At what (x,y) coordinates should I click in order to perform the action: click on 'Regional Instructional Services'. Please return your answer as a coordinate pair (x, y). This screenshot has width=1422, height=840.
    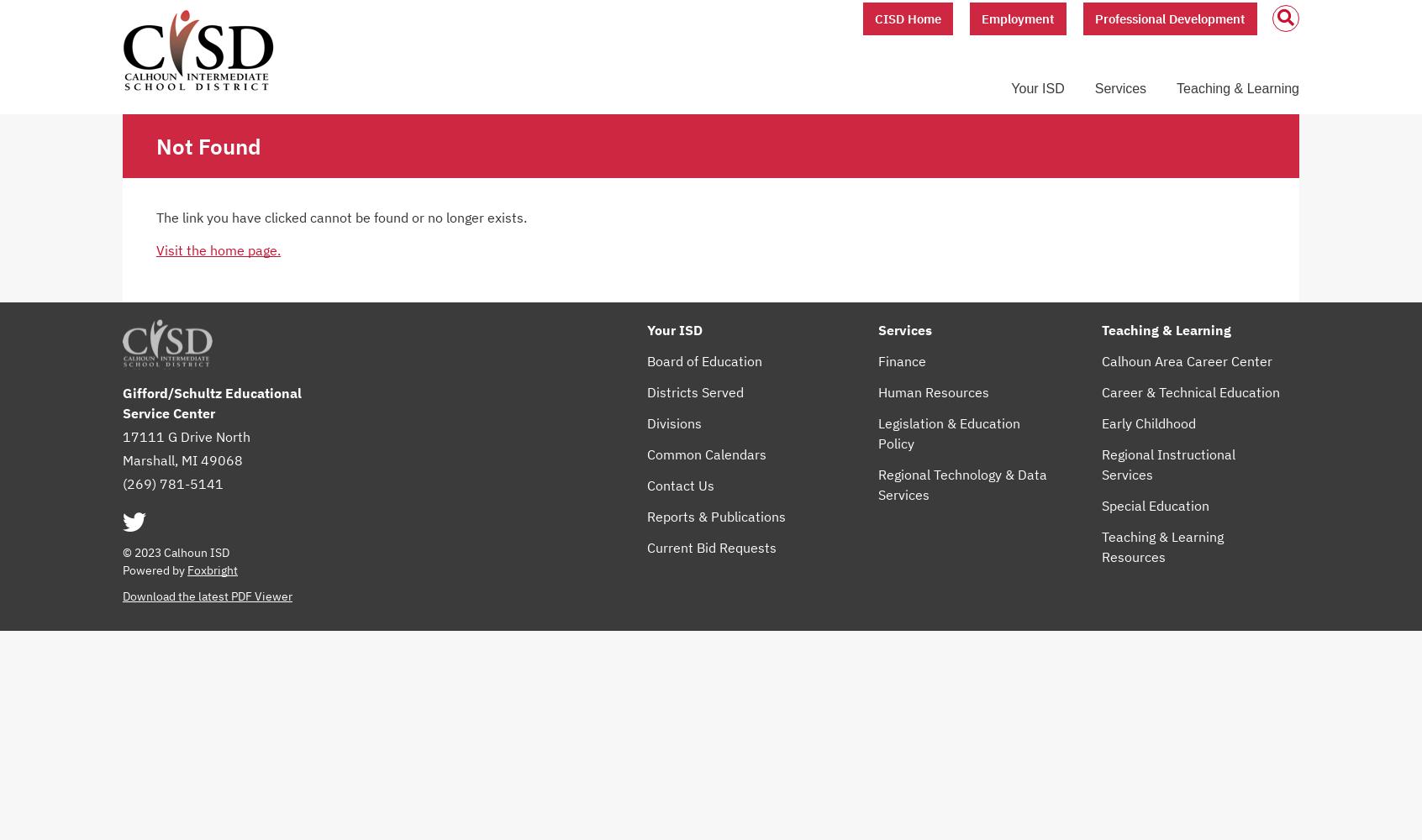
    Looking at the image, I should click on (1167, 464).